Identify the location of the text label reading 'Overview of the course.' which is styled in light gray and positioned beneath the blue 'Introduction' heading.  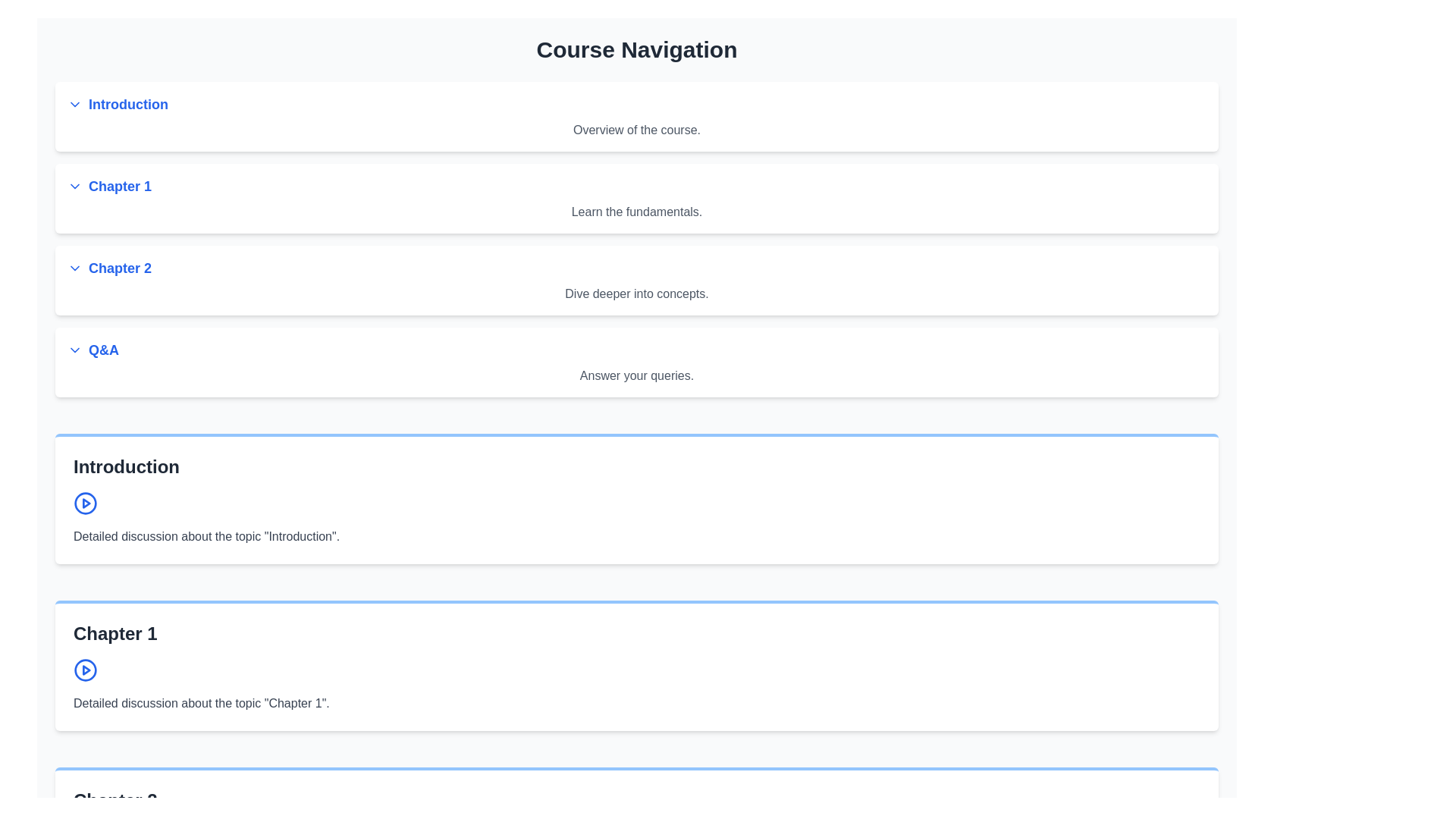
(637, 130).